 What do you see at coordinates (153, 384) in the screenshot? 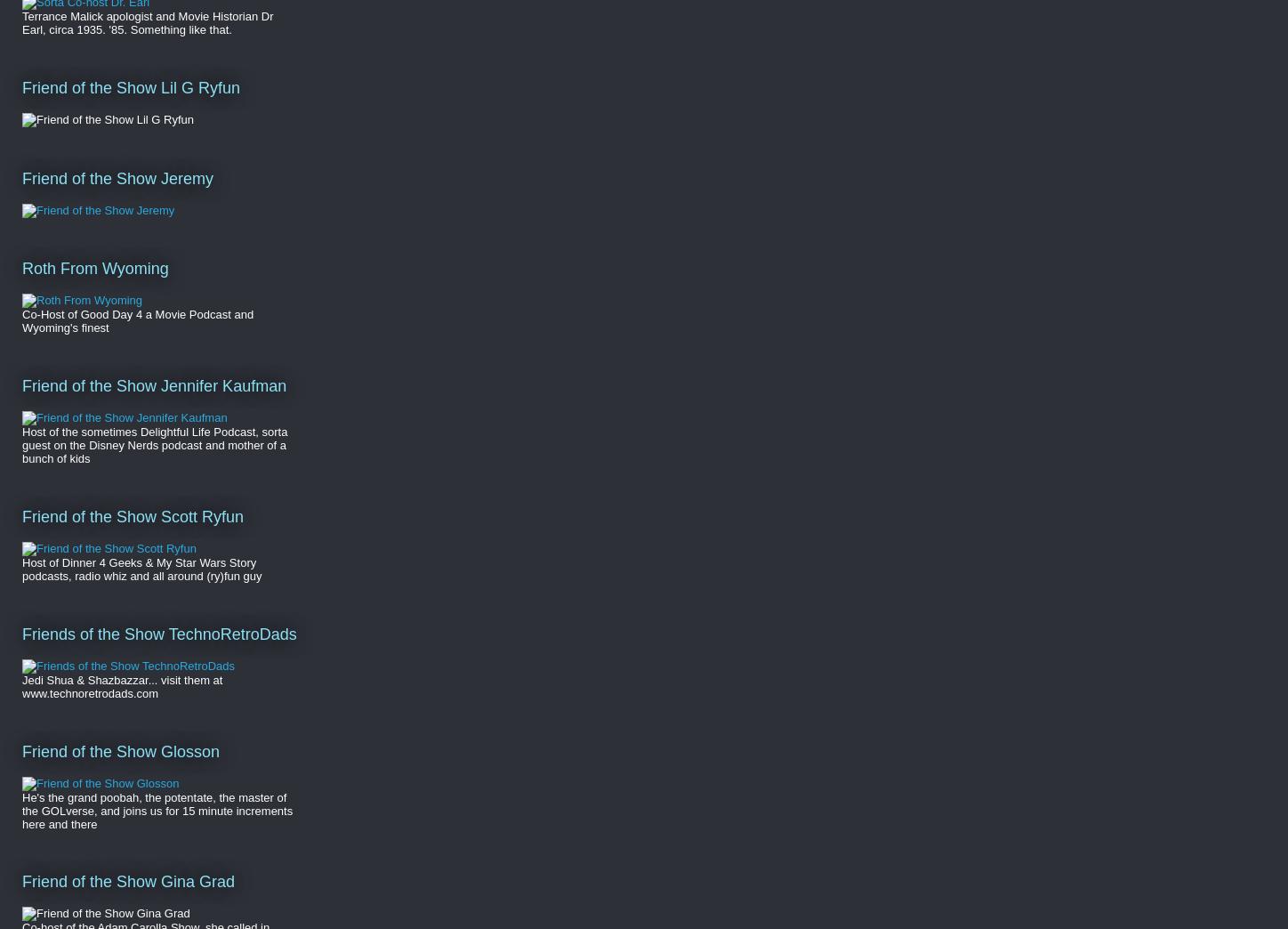
I see `'Friend of the Show Jennifer Kaufman'` at bounding box center [153, 384].